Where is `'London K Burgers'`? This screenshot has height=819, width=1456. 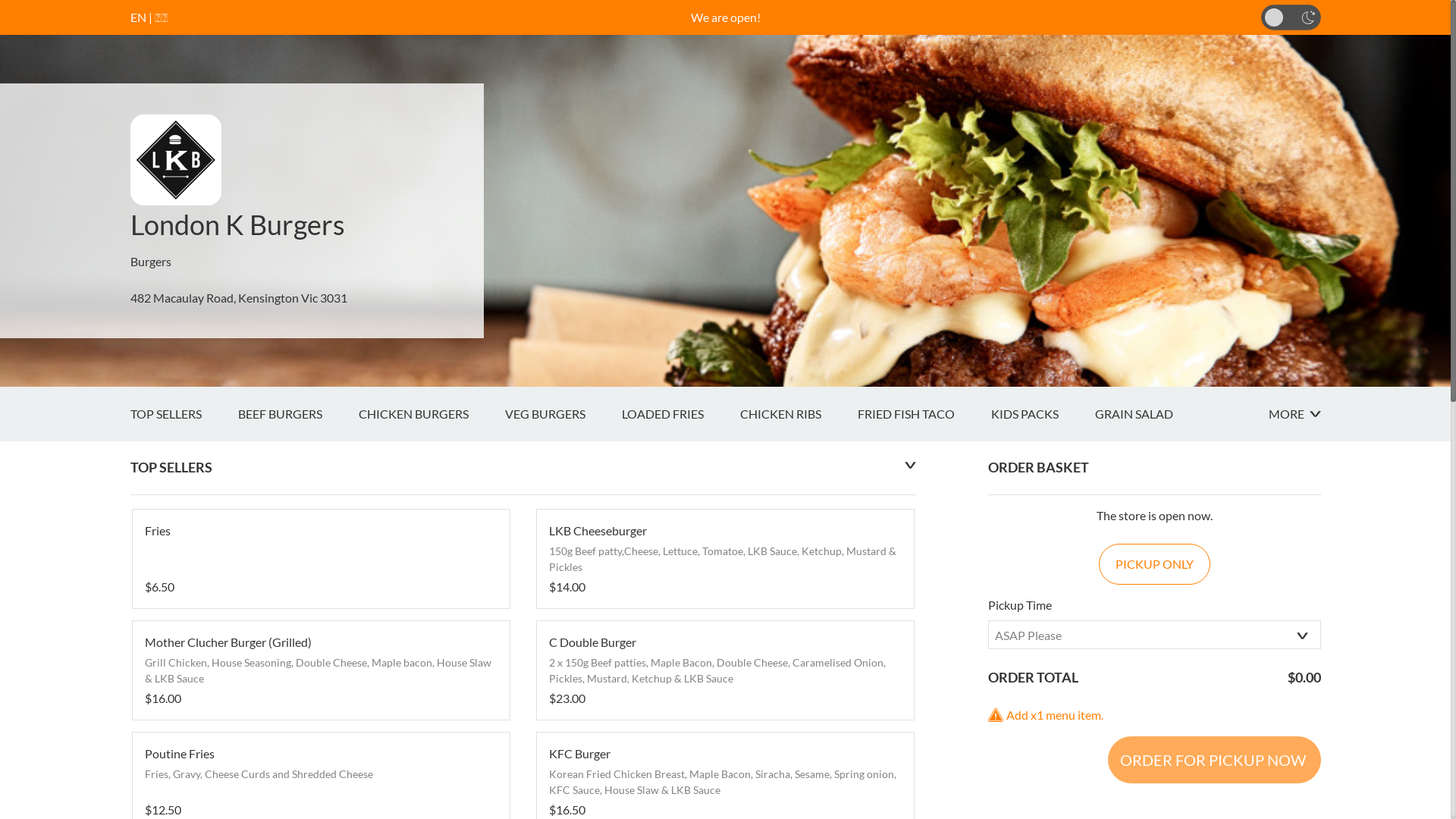 'London K Burgers' is located at coordinates (237, 224).